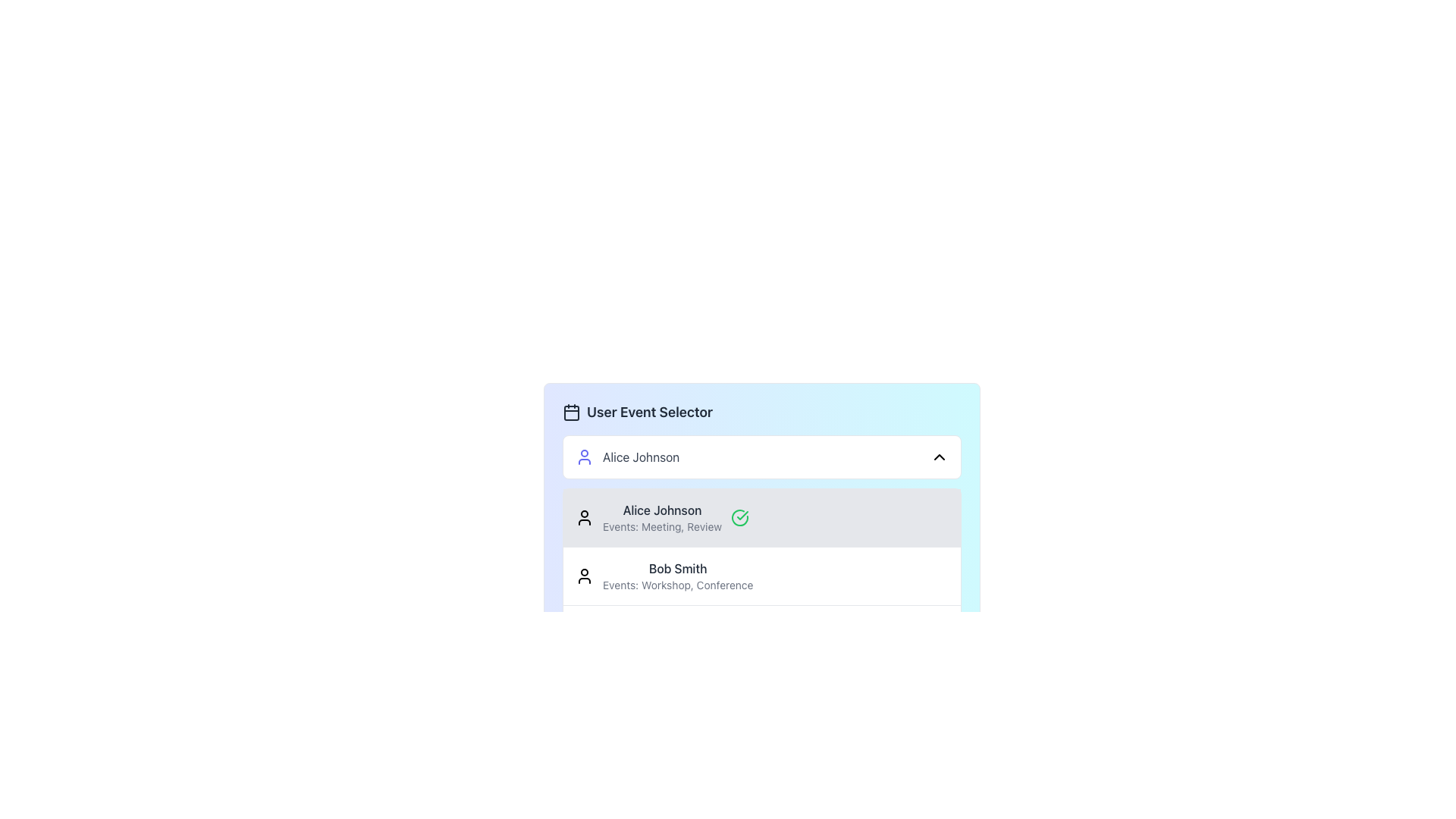  Describe the element at coordinates (641, 456) in the screenshot. I see `the static text displaying 'Alice Johnson' styled in gray color` at that location.